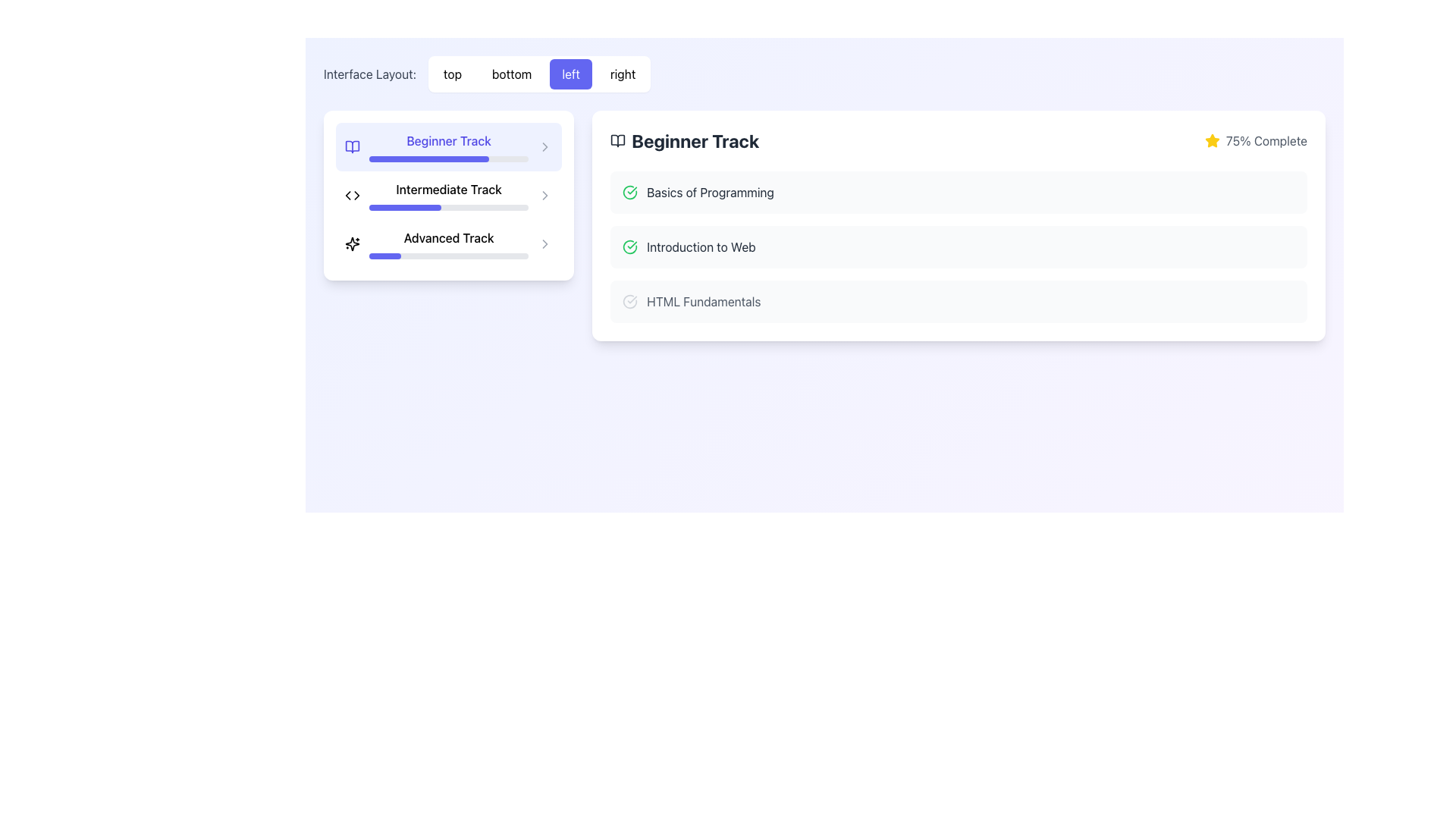 The width and height of the screenshot is (1456, 819). Describe the element at coordinates (448, 256) in the screenshot. I see `the progress bar component indicating the percentage of completion in the 'Advanced Track' section, located below the label 'Advanced Track'` at that location.